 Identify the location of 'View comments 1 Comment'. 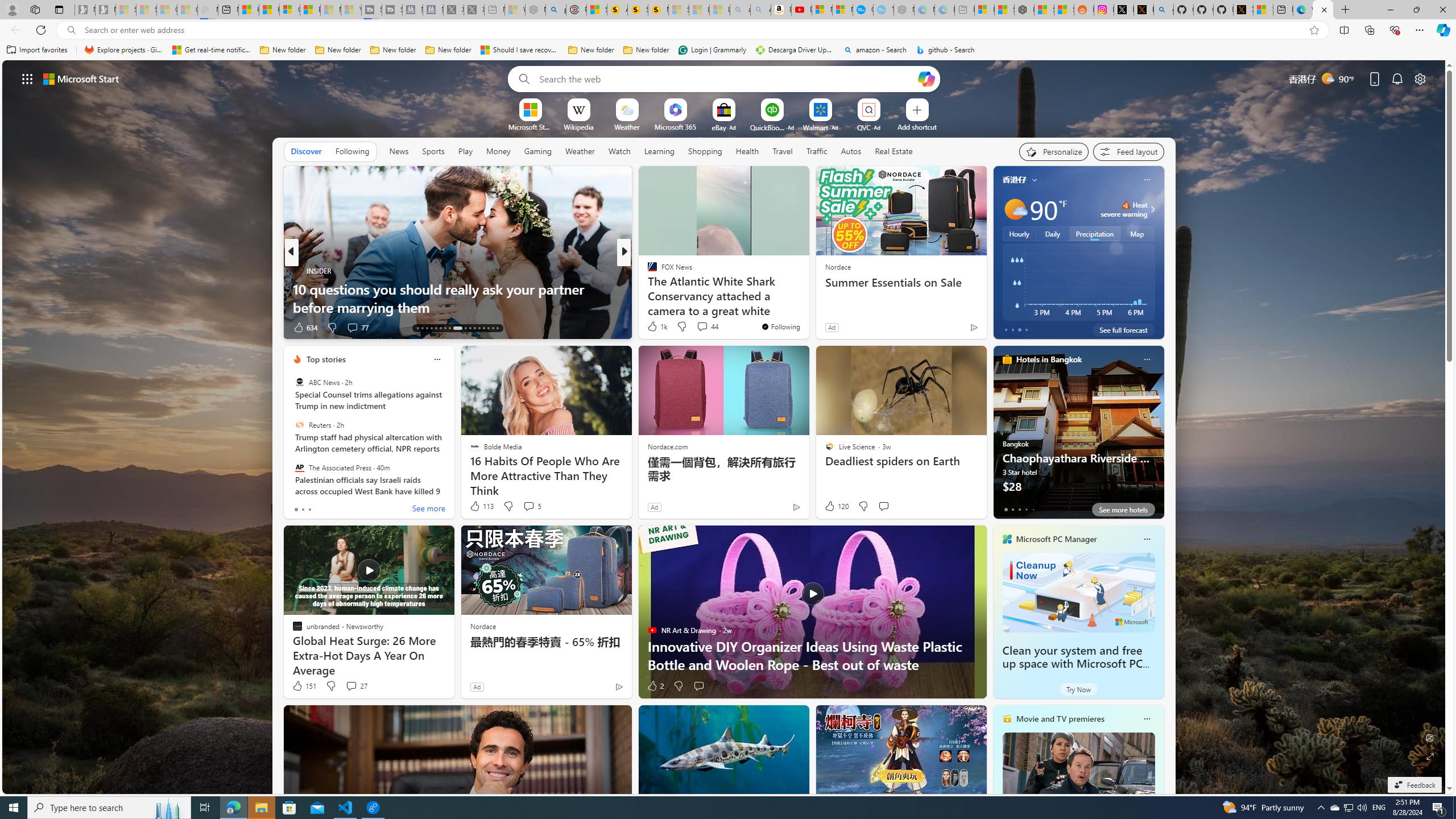
(702, 326).